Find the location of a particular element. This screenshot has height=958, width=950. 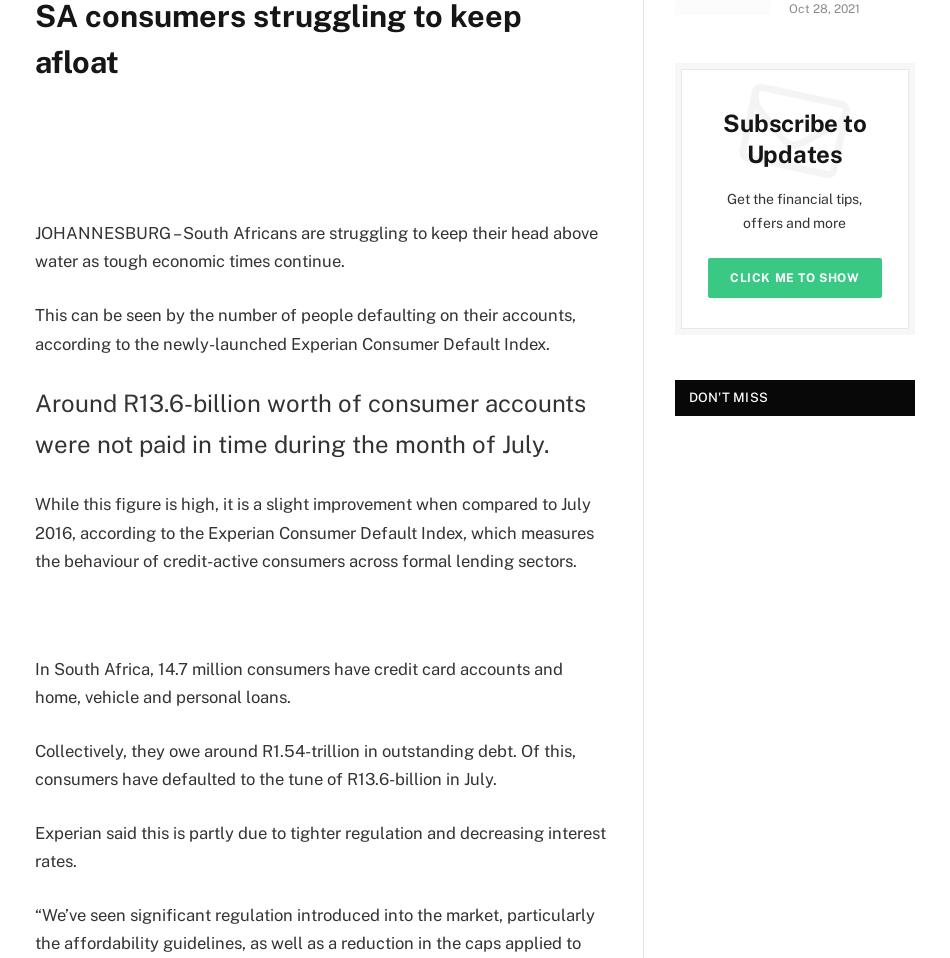

'Get the financial tips, offers and more' is located at coordinates (793, 210).